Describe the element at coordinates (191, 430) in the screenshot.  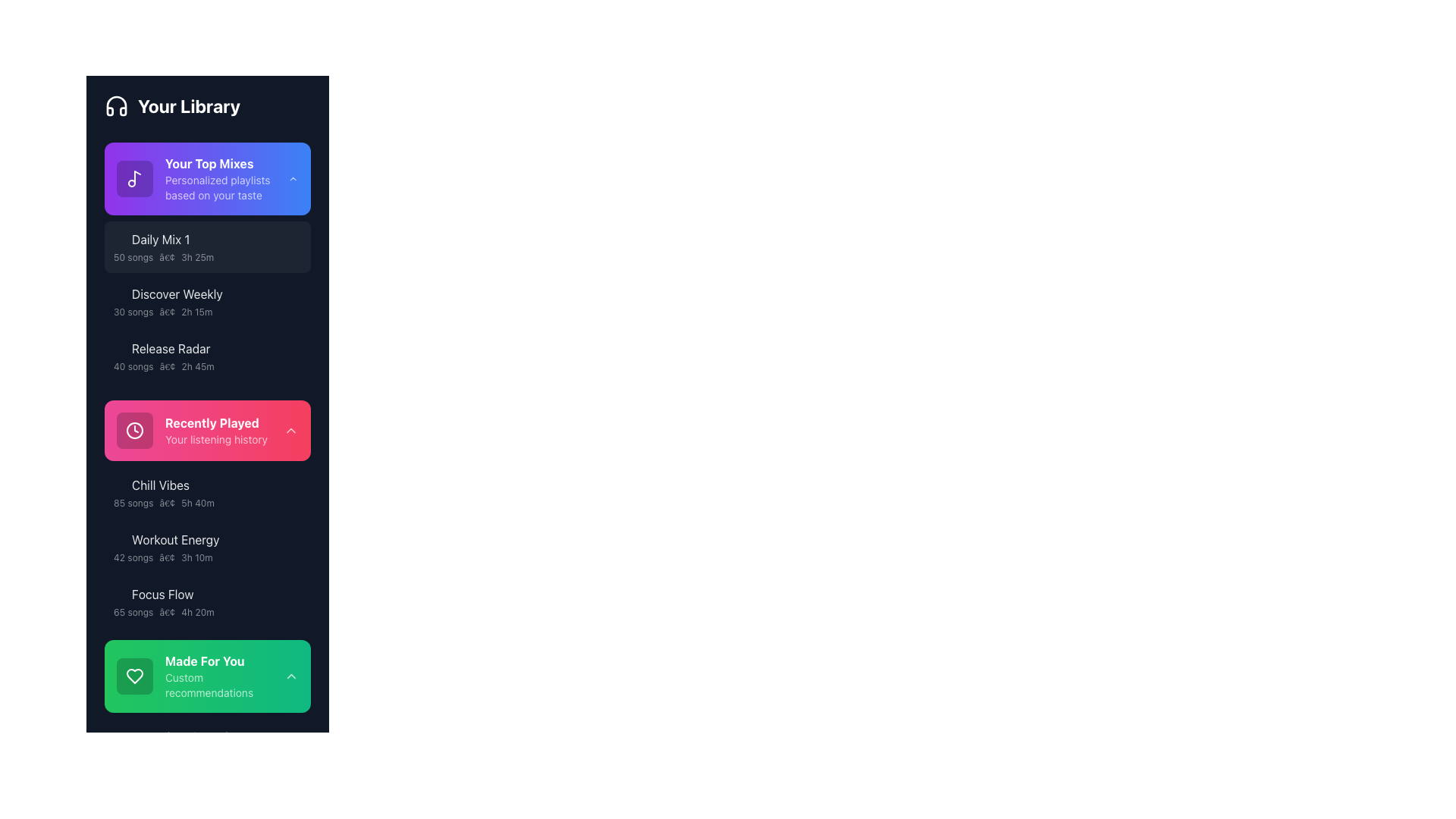
I see `the 'Recently Played' navigation item, which features a pink background with a clock icon on the left and the text 'Recently Played' on the right` at that location.